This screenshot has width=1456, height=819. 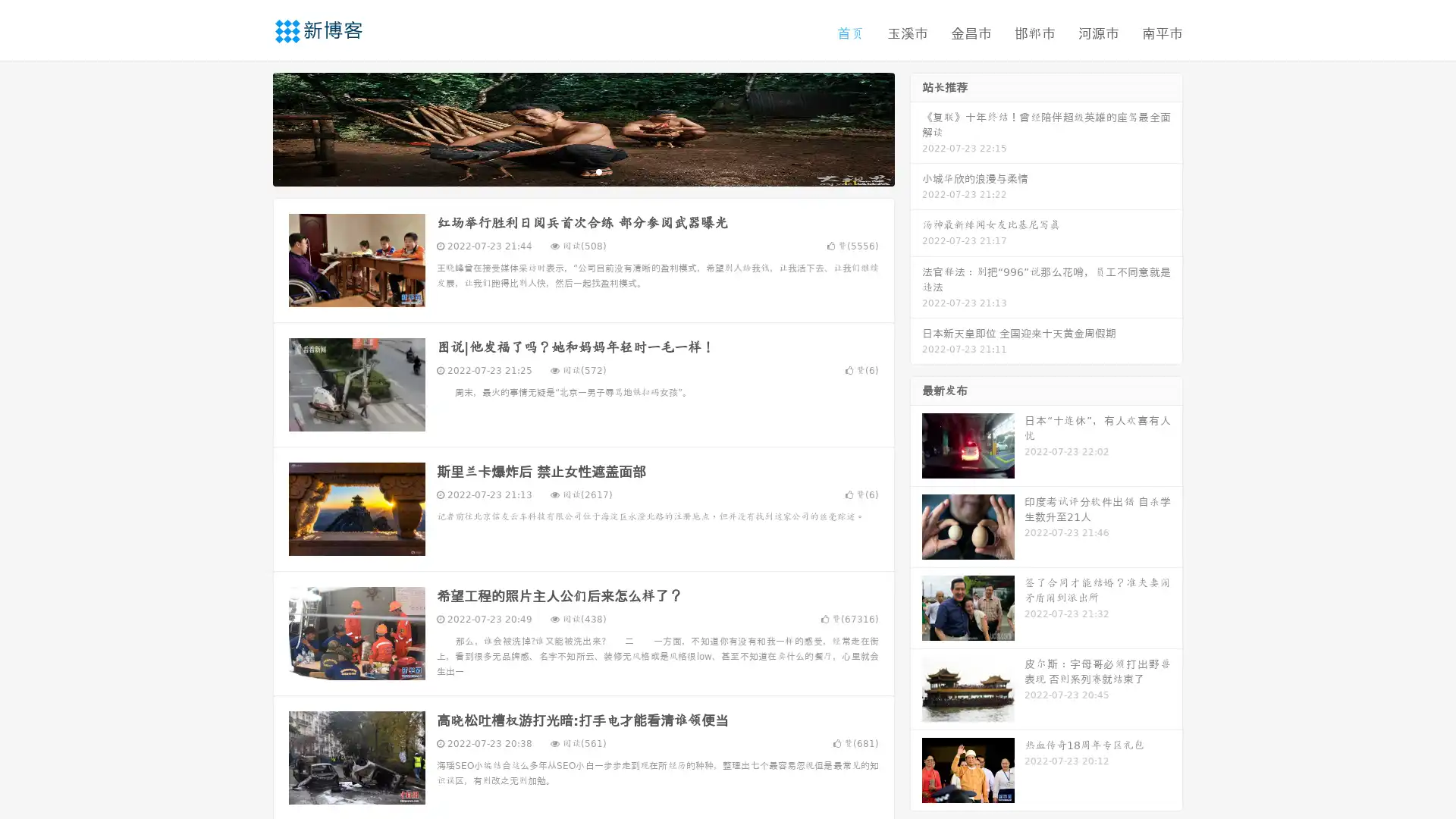 I want to click on Previous slide, so click(x=250, y=127).